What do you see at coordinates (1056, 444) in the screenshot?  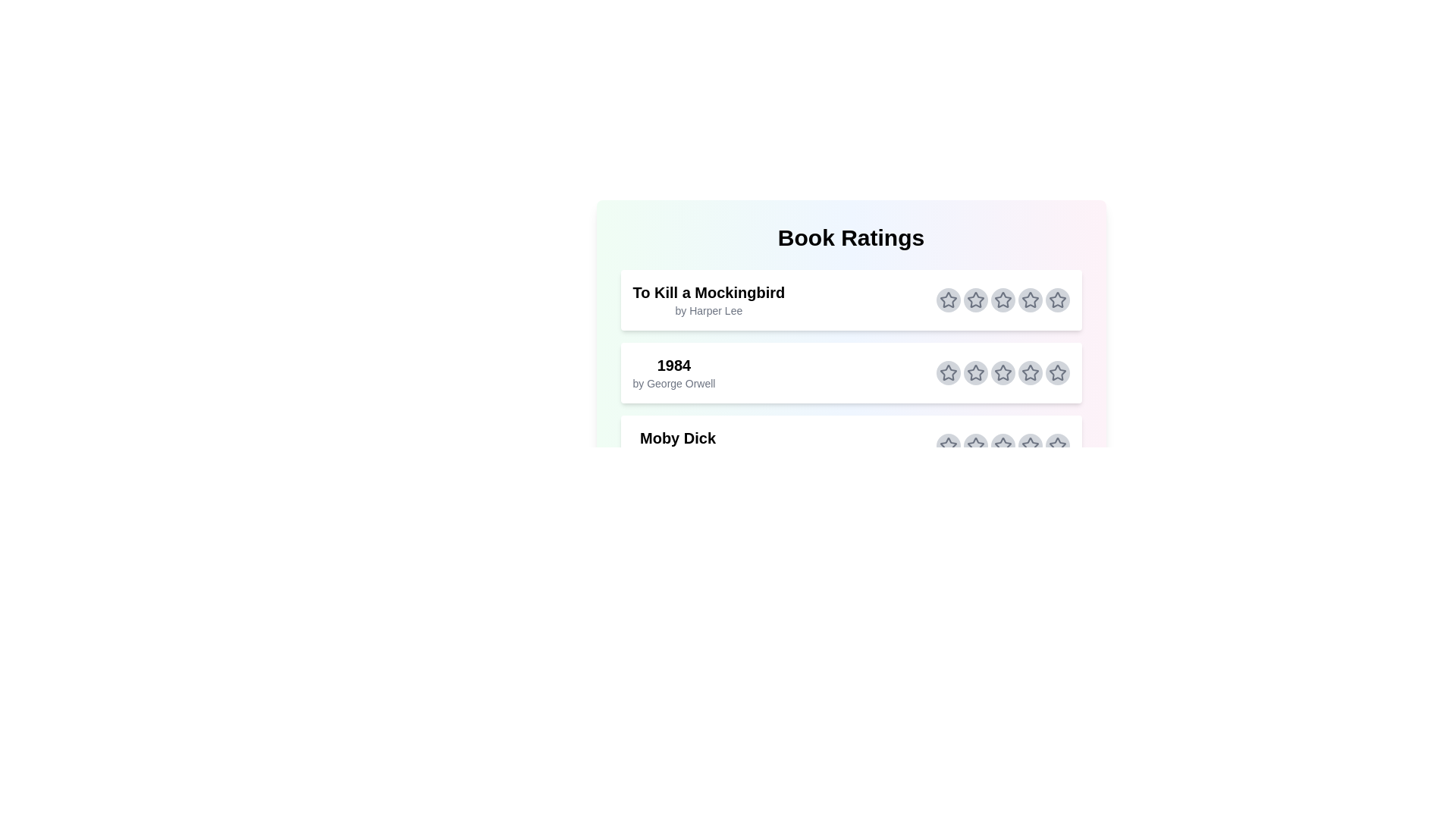 I see `the star corresponding to 5 stars for the book titled Moby Dick` at bounding box center [1056, 444].